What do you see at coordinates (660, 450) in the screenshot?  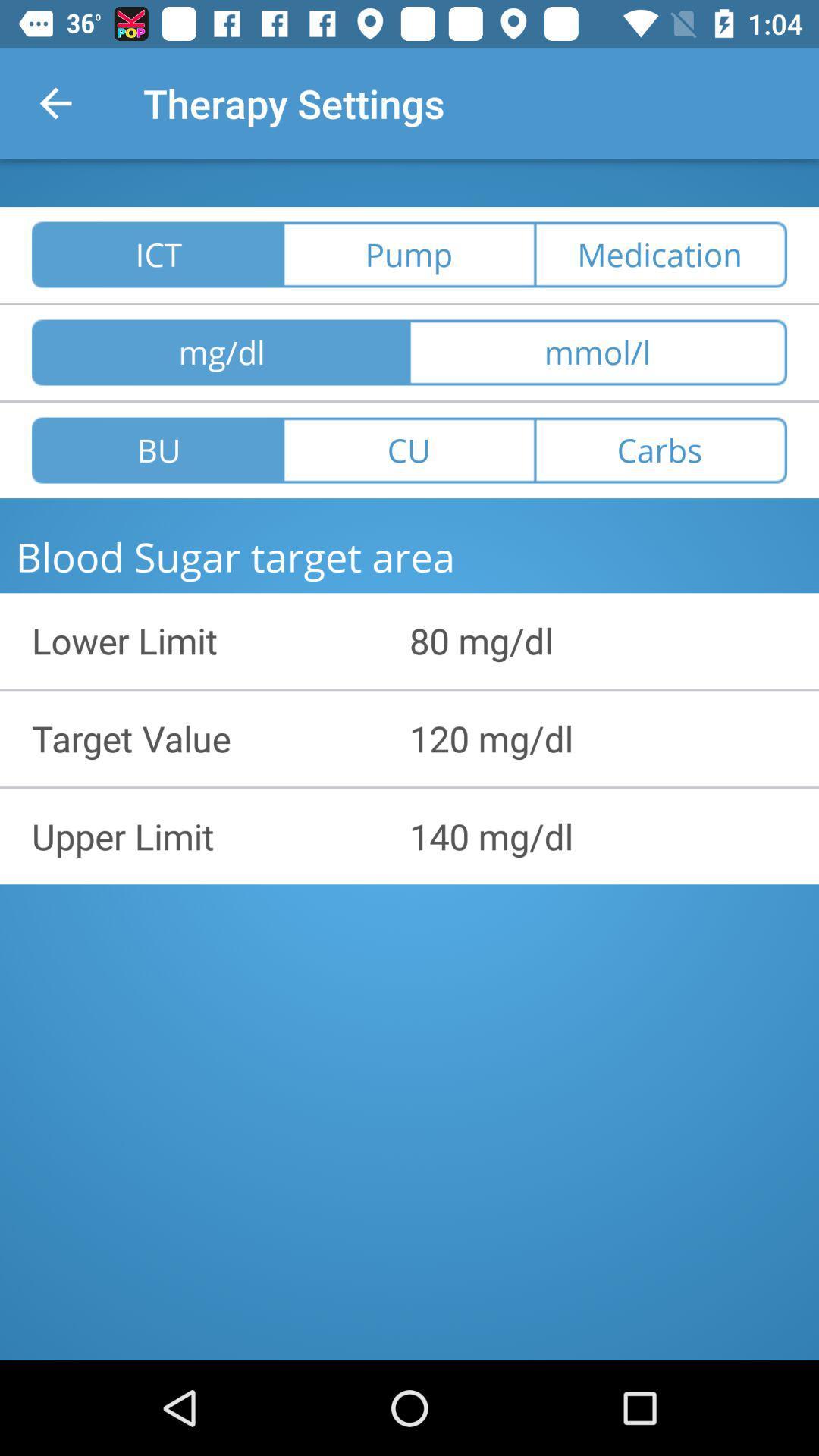 I see `icon above blood sugar target item` at bounding box center [660, 450].